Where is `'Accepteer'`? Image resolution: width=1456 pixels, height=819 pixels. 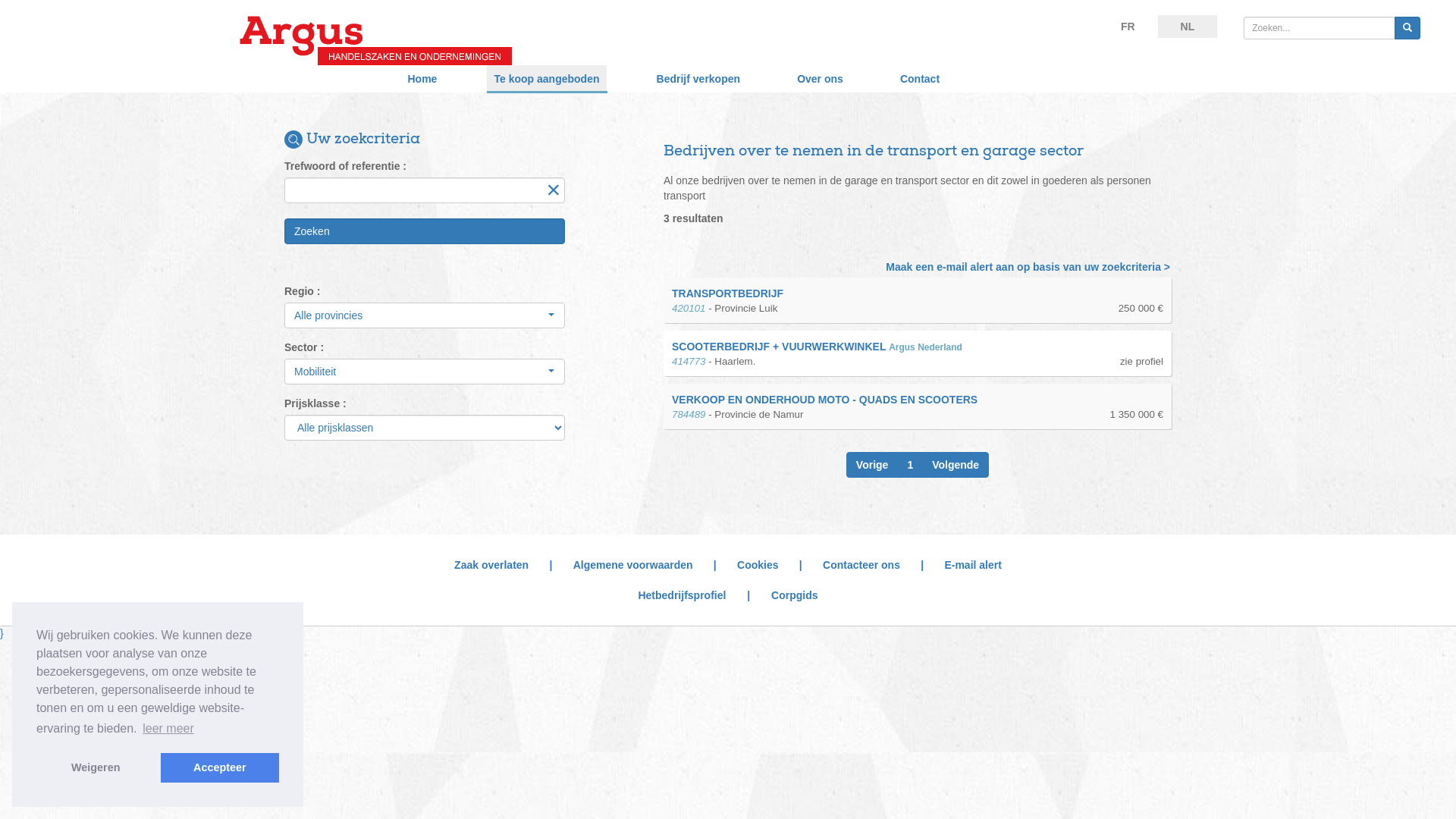
'Accepteer' is located at coordinates (218, 767).